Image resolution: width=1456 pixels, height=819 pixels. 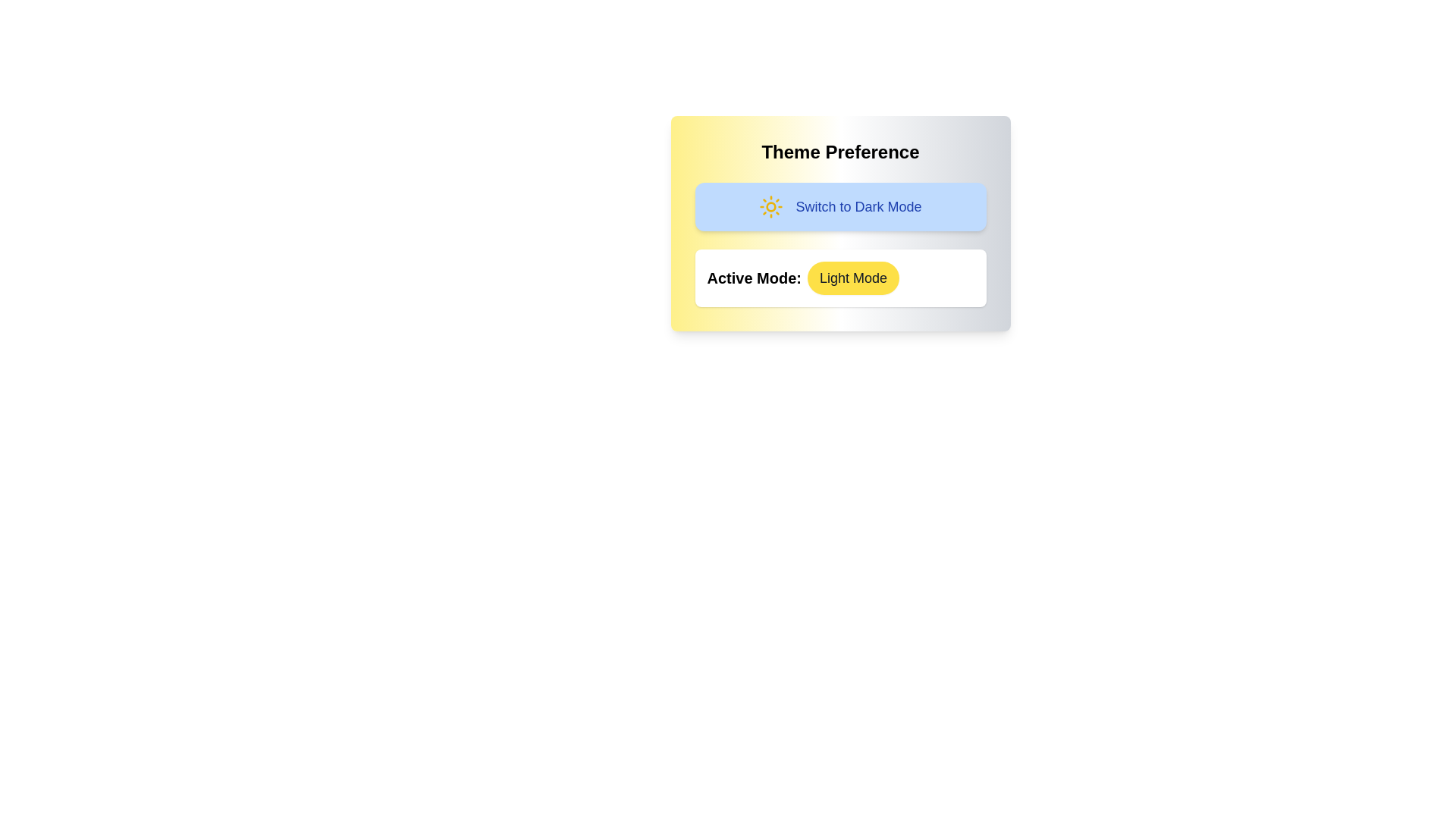 I want to click on the text heading labeled 'Theme Preference', which is styled with a larger font size and bold typeface, located at the top of a card with a gradient background transitioning from yellow to gray, so click(x=839, y=152).